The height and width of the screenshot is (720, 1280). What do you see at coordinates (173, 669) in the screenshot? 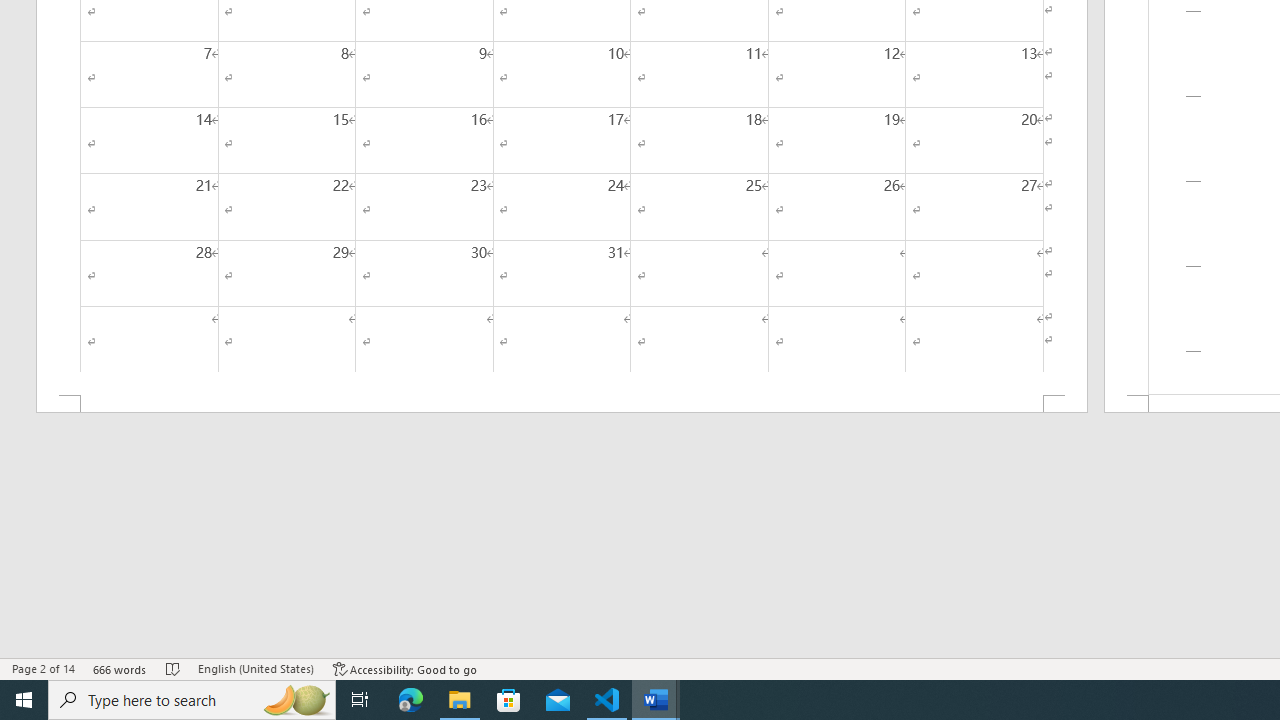
I see `'Spelling and Grammar Check No Errors'` at bounding box center [173, 669].